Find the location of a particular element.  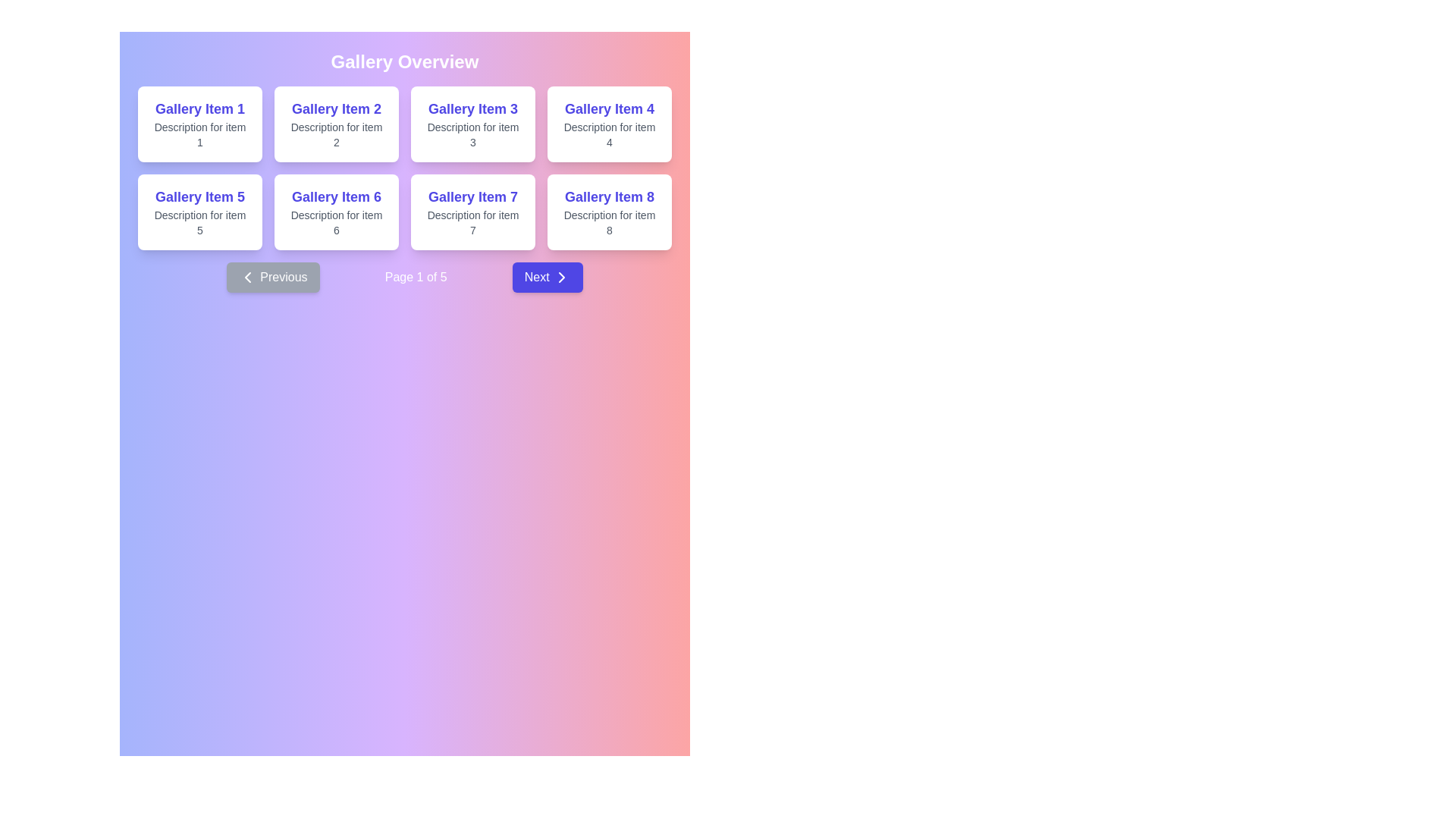

the text label displaying 'Description for item 8' located at the bottom center of the card labeled 'Gallery Item 8' is located at coordinates (610, 222).